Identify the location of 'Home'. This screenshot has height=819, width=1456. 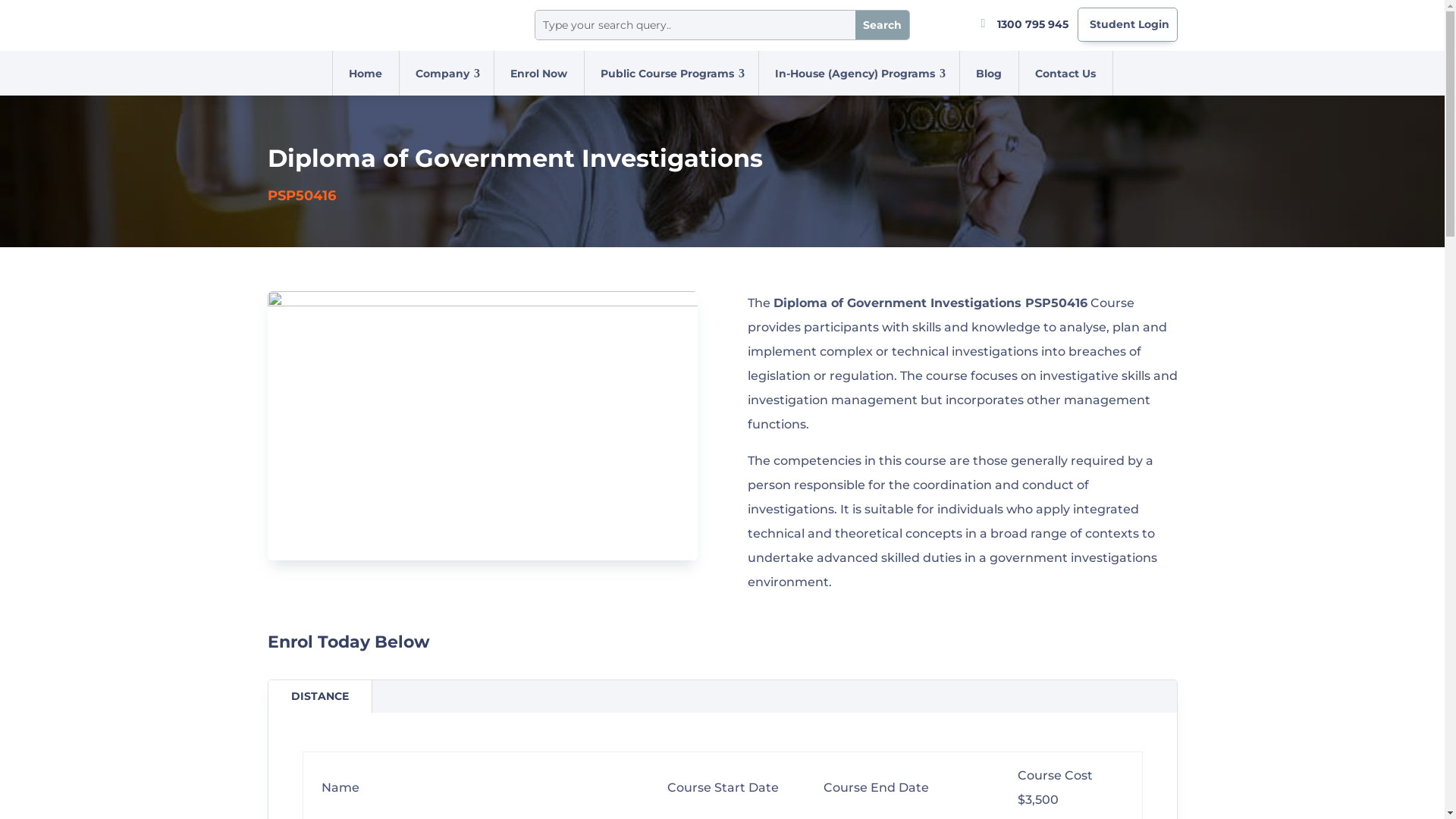
(340, 73).